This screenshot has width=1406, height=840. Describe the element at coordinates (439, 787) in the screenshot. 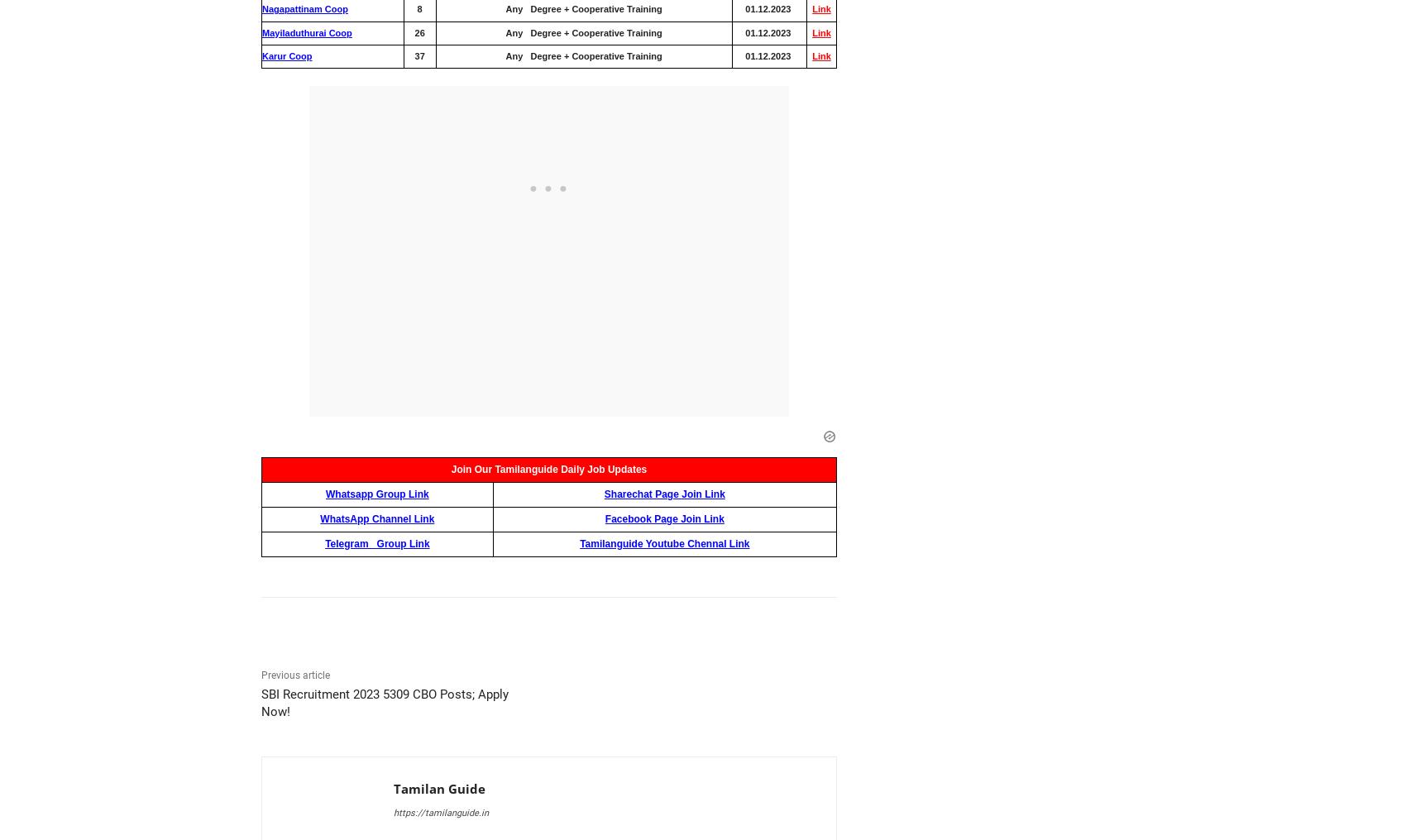

I see `'Tamilan Guide'` at that location.